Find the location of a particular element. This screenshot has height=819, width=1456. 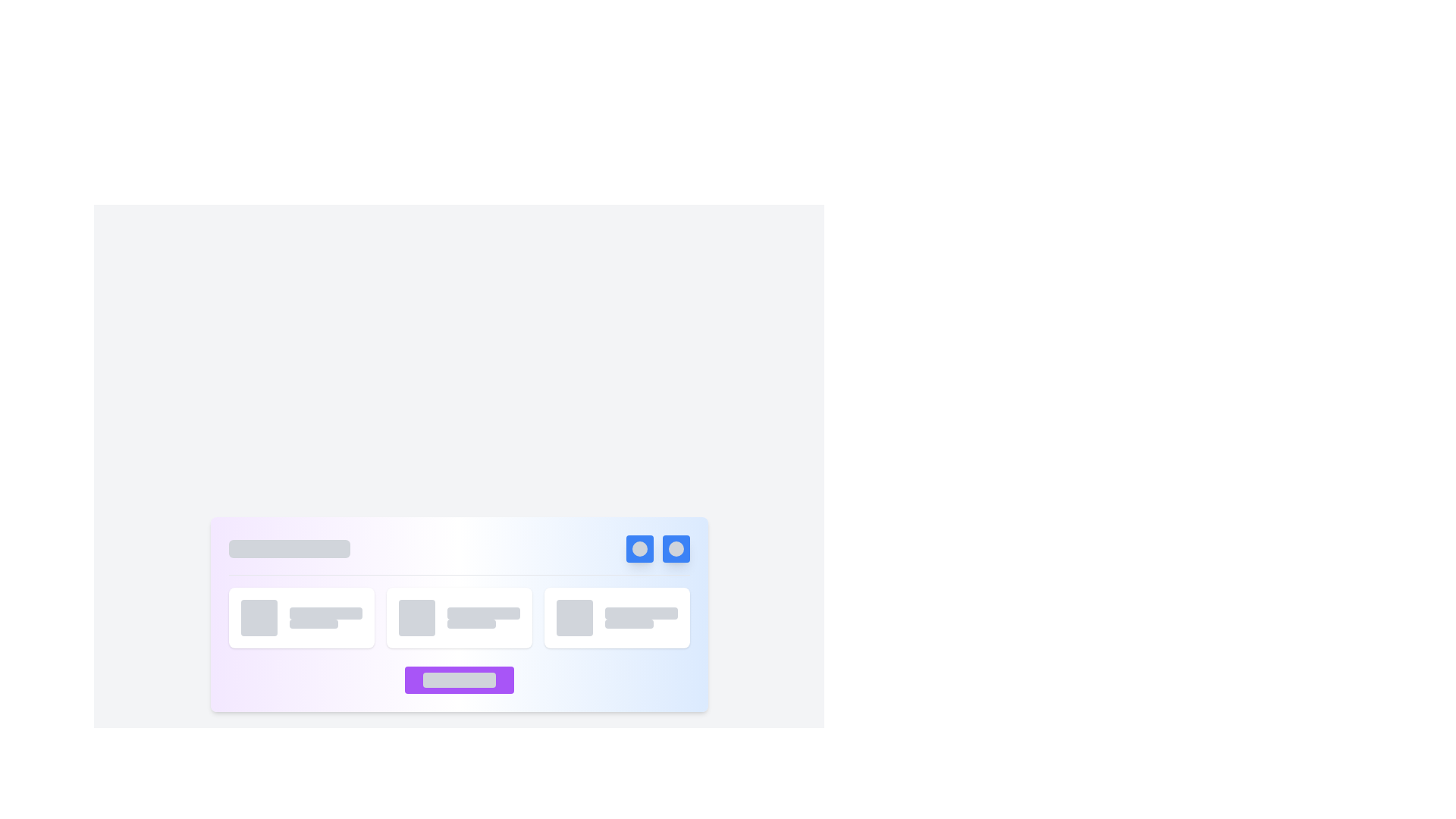

the circular animated indicator with a gray background that is pulsating, located in the top-right corner of the interface section is located at coordinates (639, 548).